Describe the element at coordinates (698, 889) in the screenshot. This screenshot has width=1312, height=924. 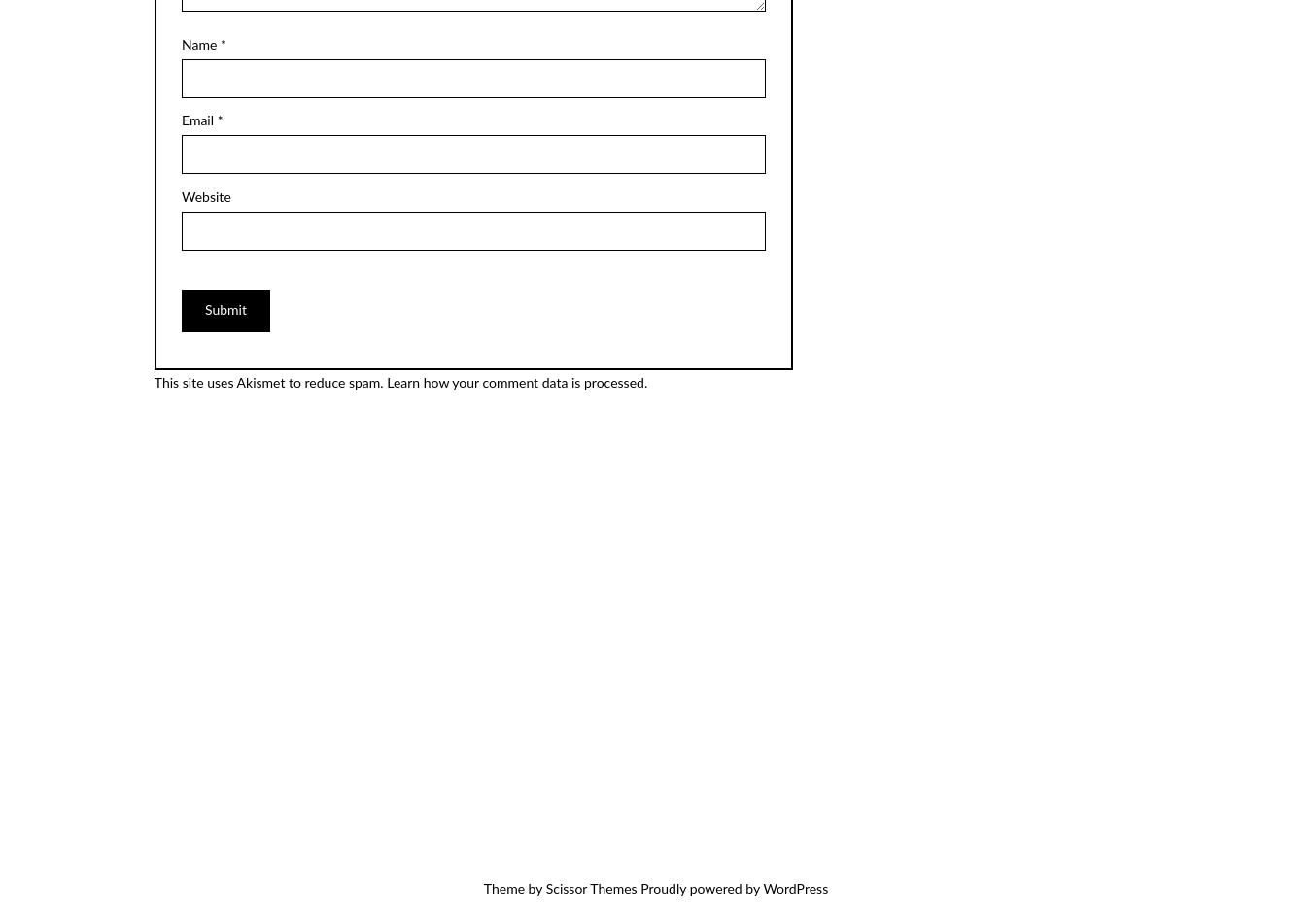
I see `'Proudly powered by'` at that location.